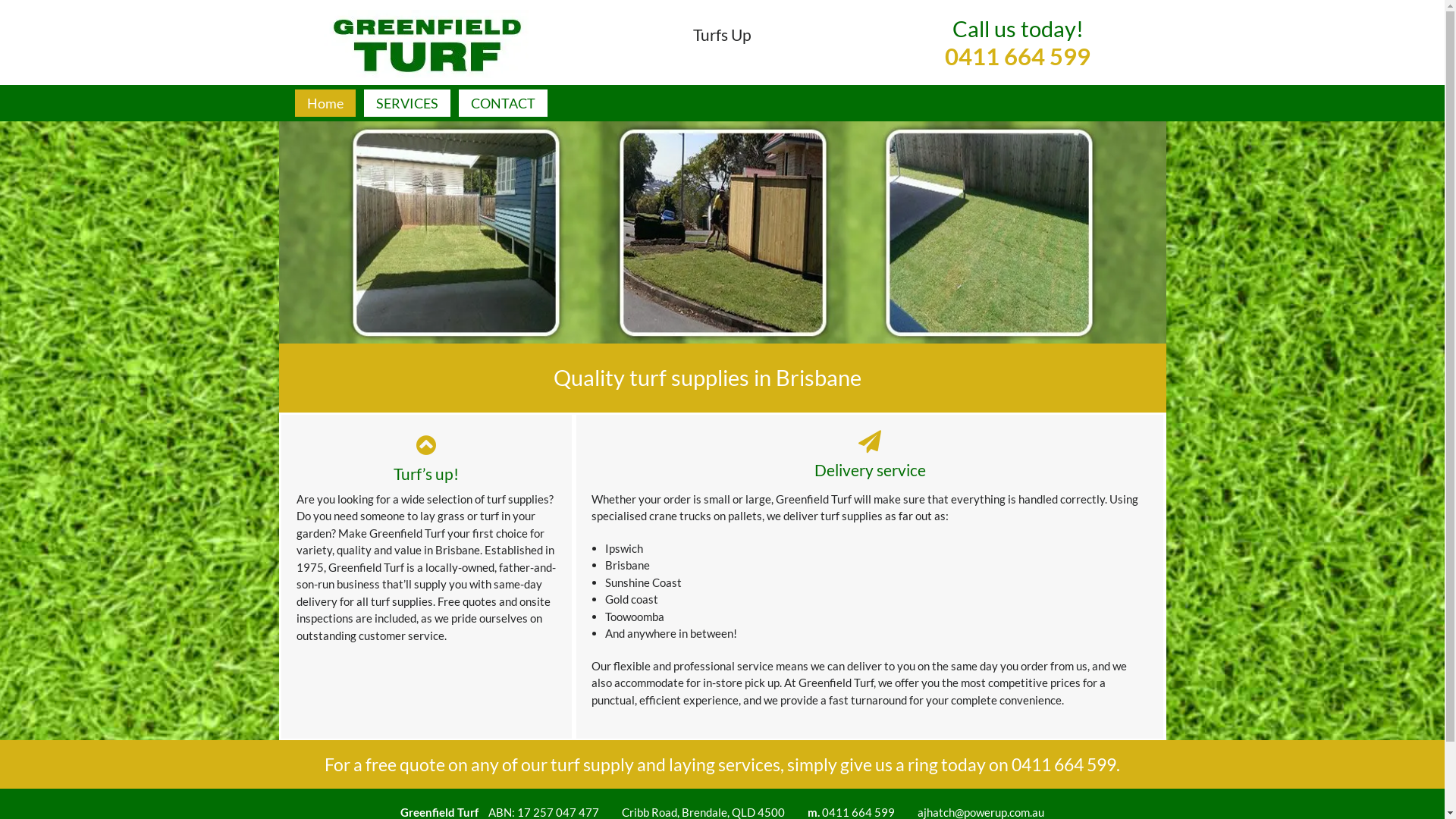 This screenshot has width=1456, height=819. Describe the element at coordinates (425, 42) in the screenshot. I see `'greenfield turf logo'` at that location.